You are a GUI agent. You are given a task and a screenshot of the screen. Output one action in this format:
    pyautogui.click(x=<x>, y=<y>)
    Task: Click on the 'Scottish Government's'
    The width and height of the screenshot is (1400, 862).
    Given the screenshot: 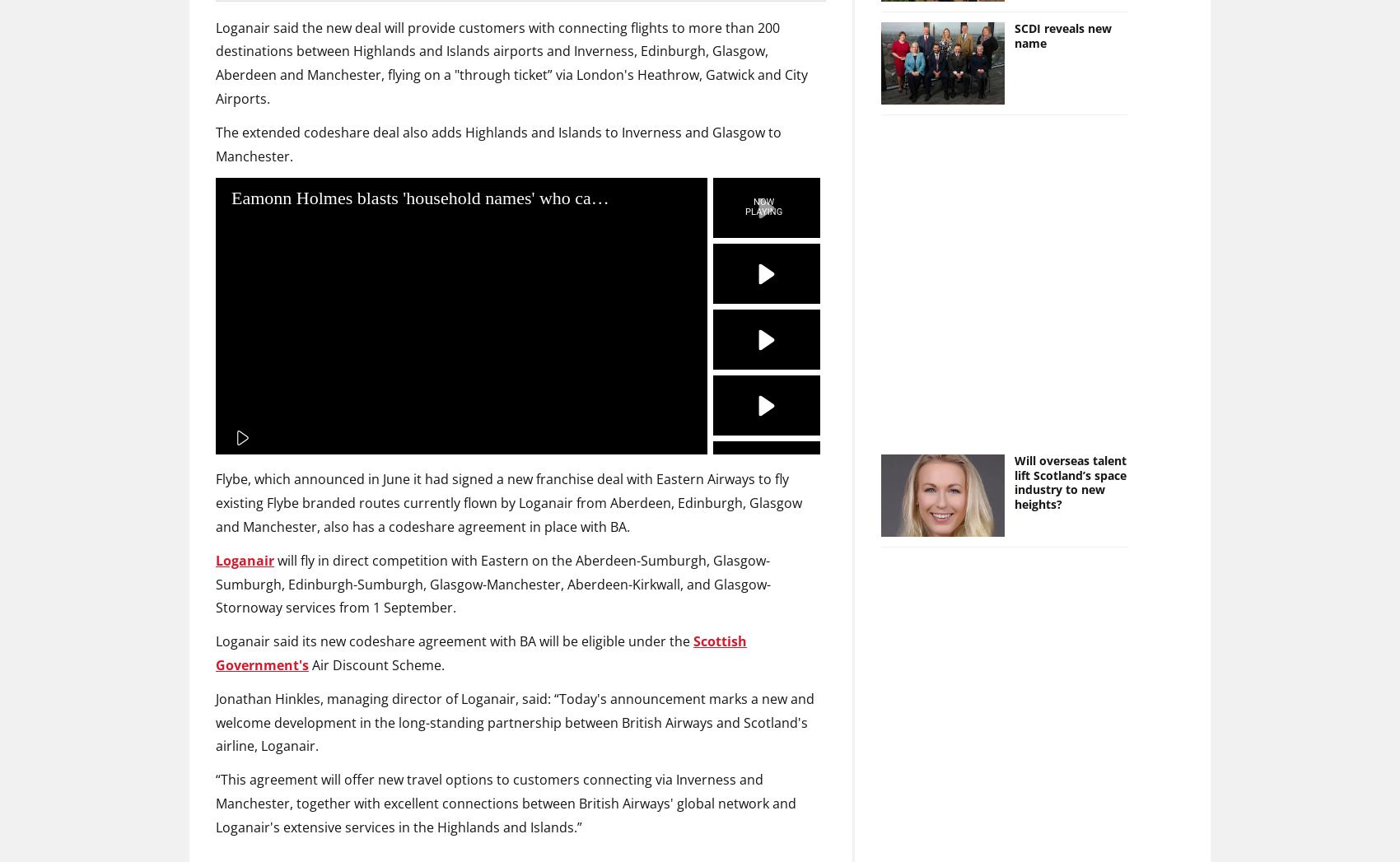 What is the action you would take?
    pyautogui.click(x=480, y=652)
    